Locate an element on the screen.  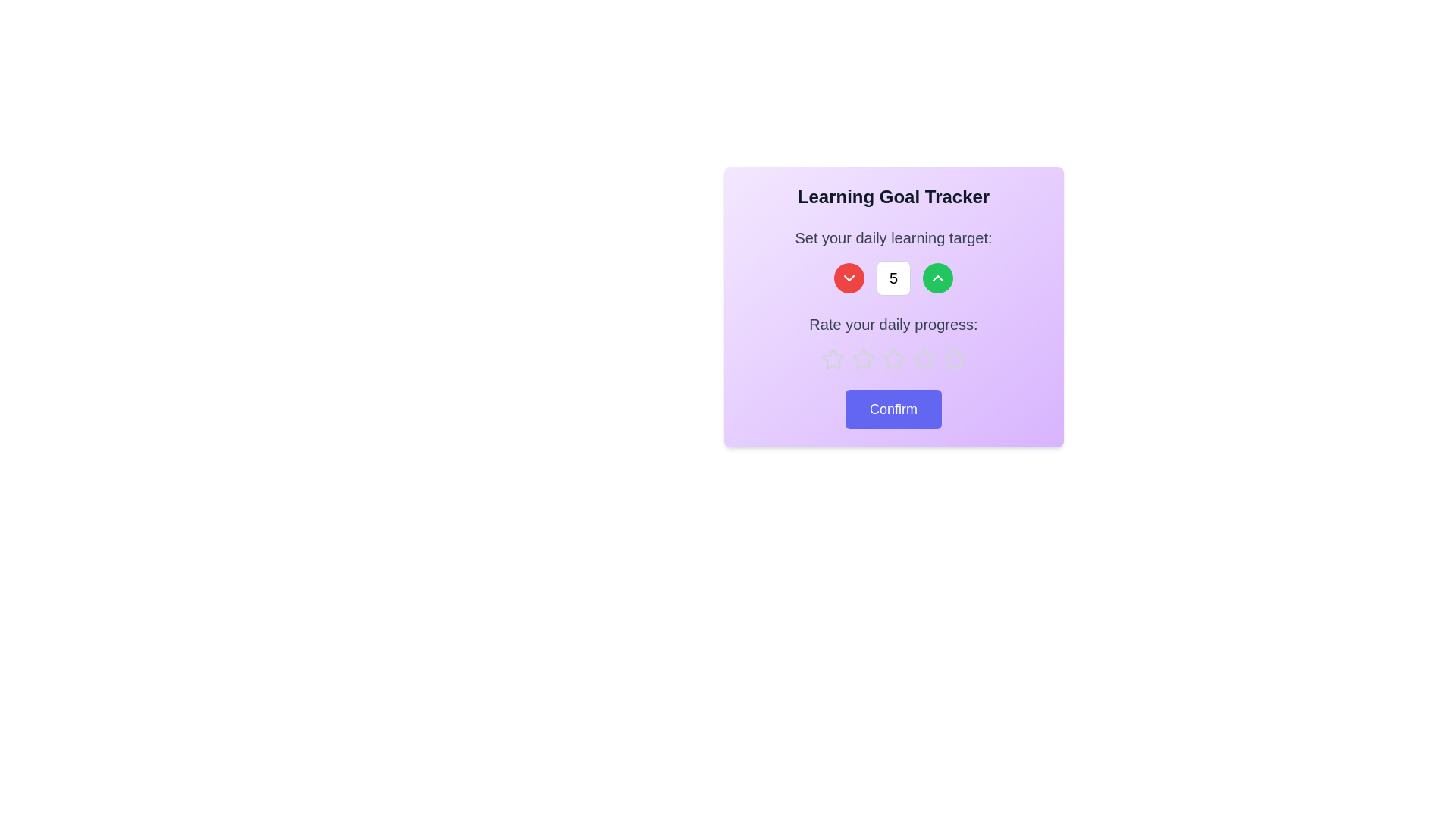
the circular red button located to the left of the white rectangular input field to decrement the value is located at coordinates (848, 278).